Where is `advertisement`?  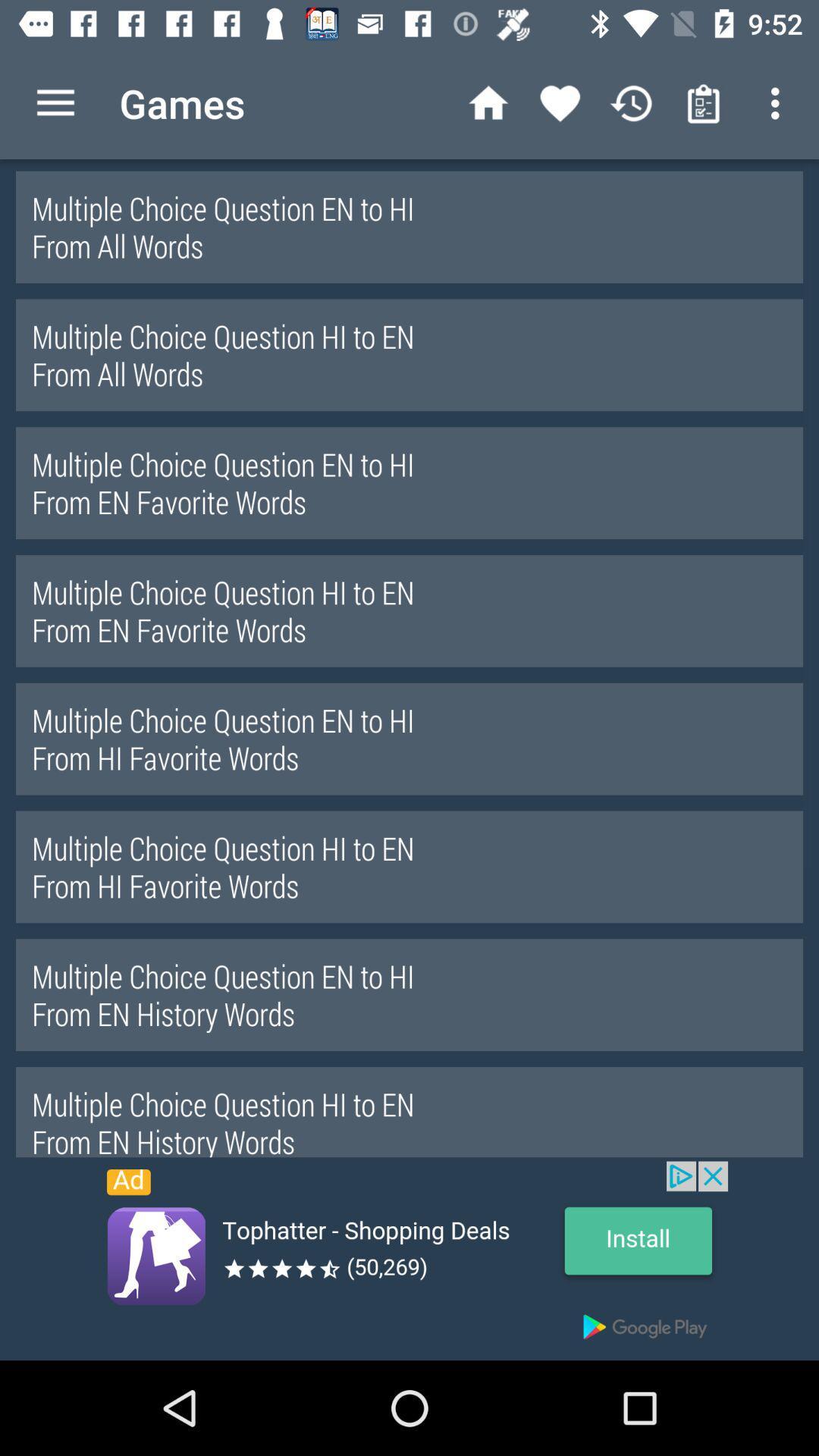 advertisement is located at coordinates (409, 1260).